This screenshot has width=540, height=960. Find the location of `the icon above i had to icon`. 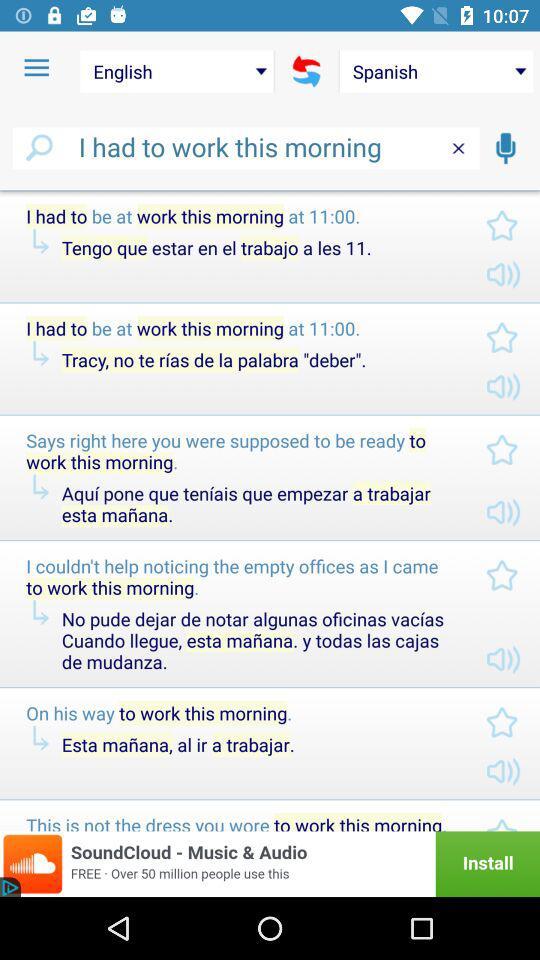

the icon above i had to icon is located at coordinates (36, 68).